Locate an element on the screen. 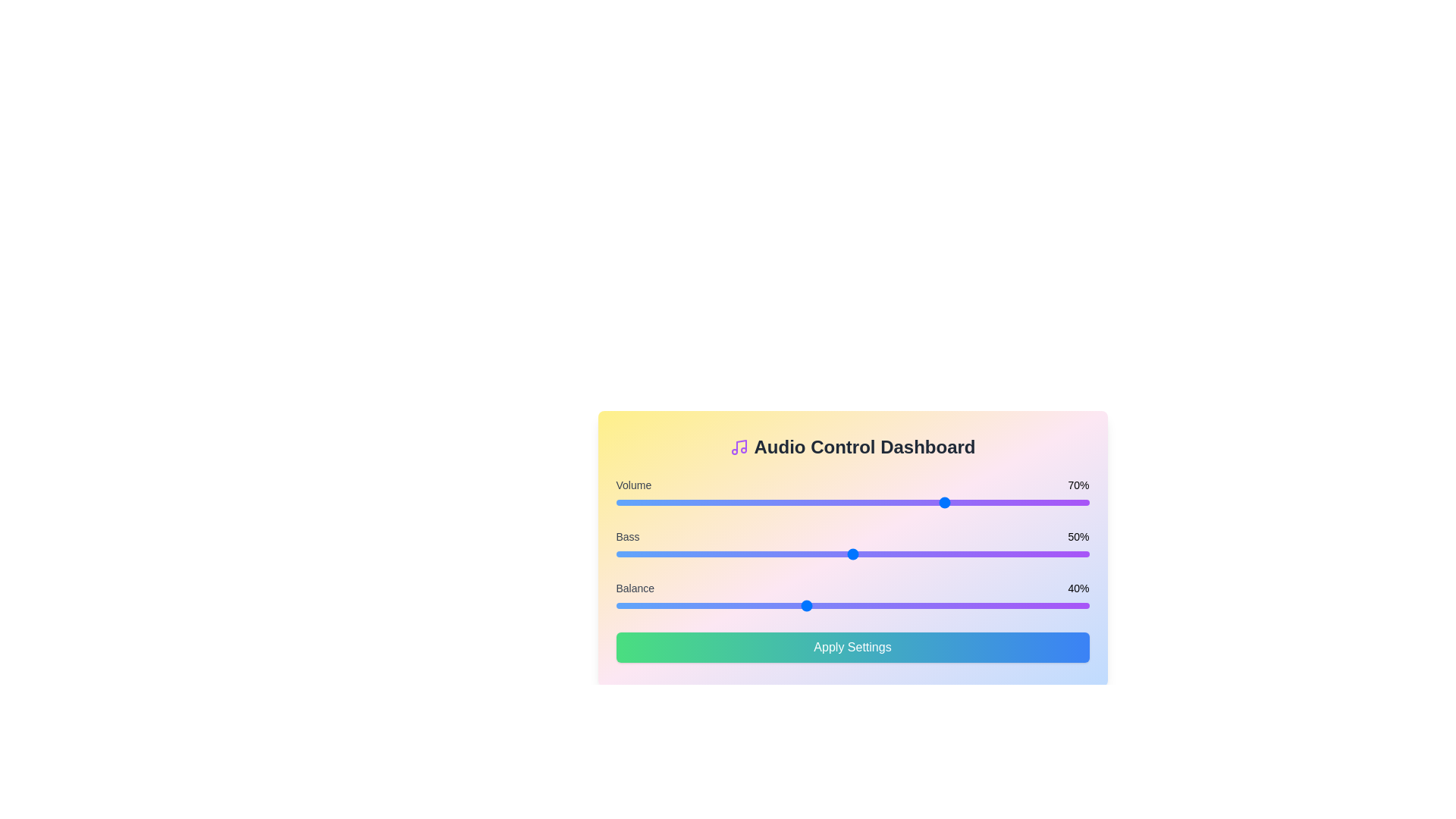  the text label displaying '70%' that indicates the value of the volume slider in the 'Audio Control Dashboard' is located at coordinates (1078, 485).